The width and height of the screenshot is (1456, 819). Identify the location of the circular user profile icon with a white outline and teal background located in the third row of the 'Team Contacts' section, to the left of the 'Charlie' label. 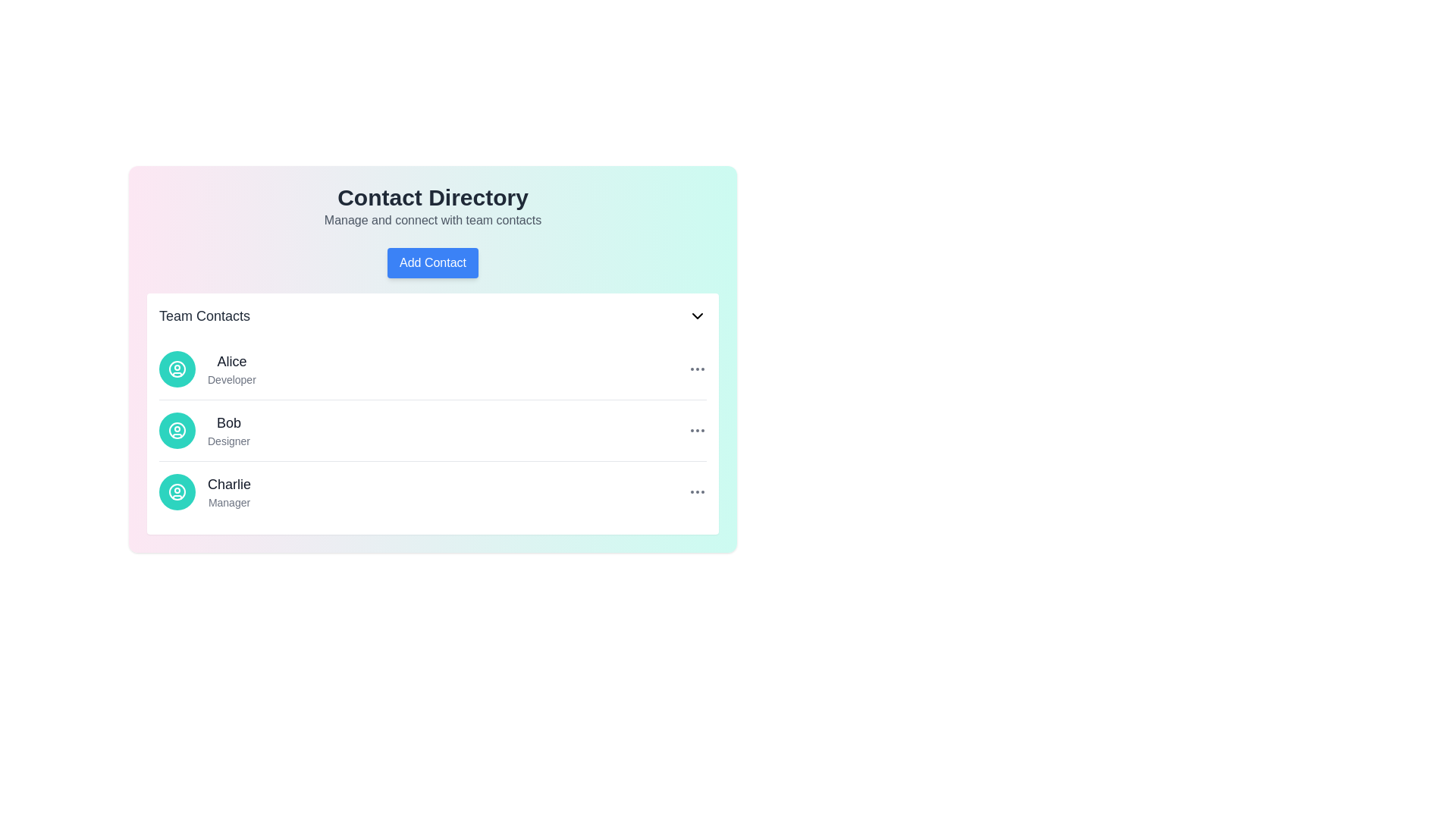
(177, 491).